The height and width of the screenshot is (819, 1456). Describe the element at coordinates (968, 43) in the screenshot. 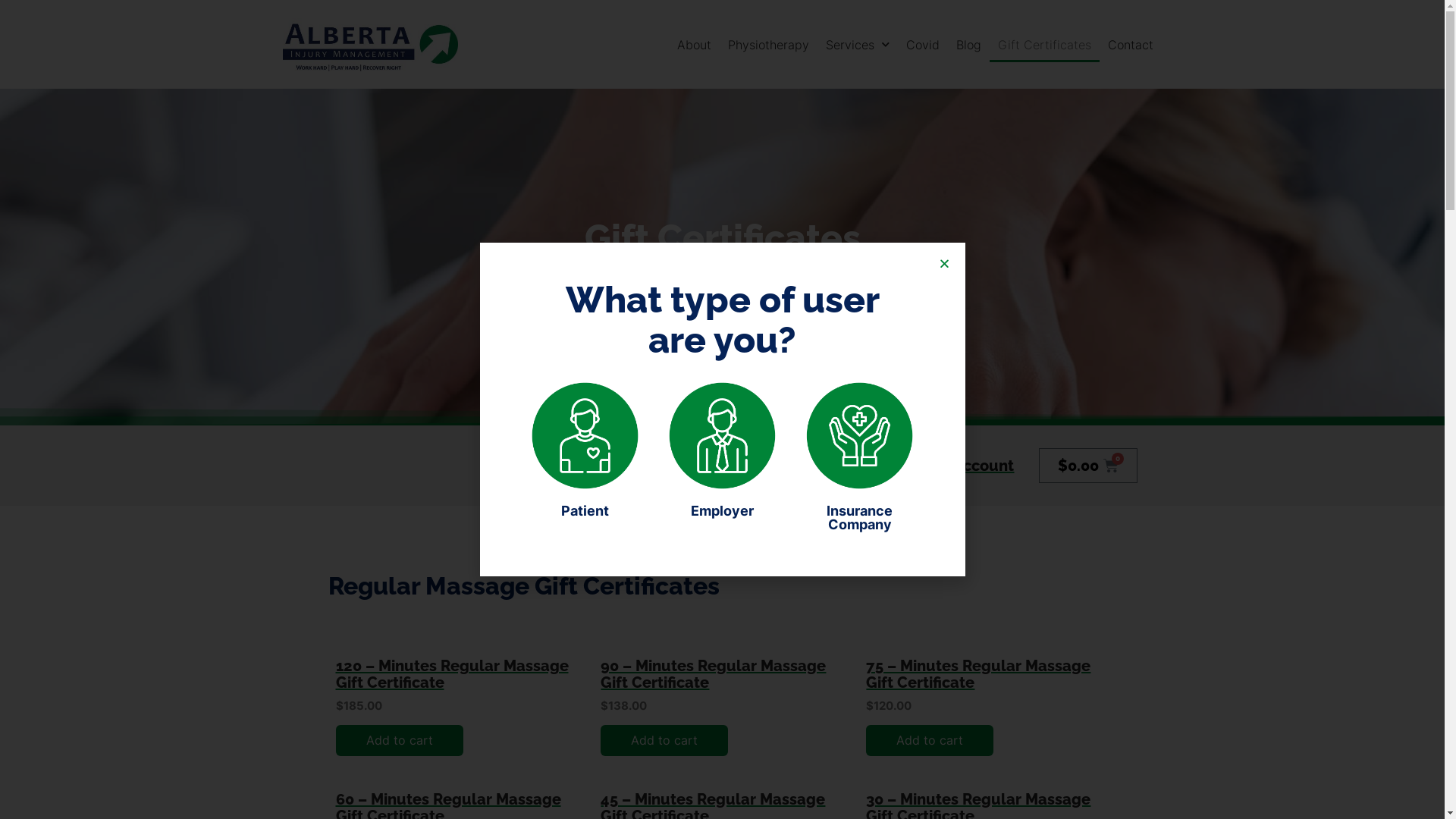

I see `'Blog'` at that location.